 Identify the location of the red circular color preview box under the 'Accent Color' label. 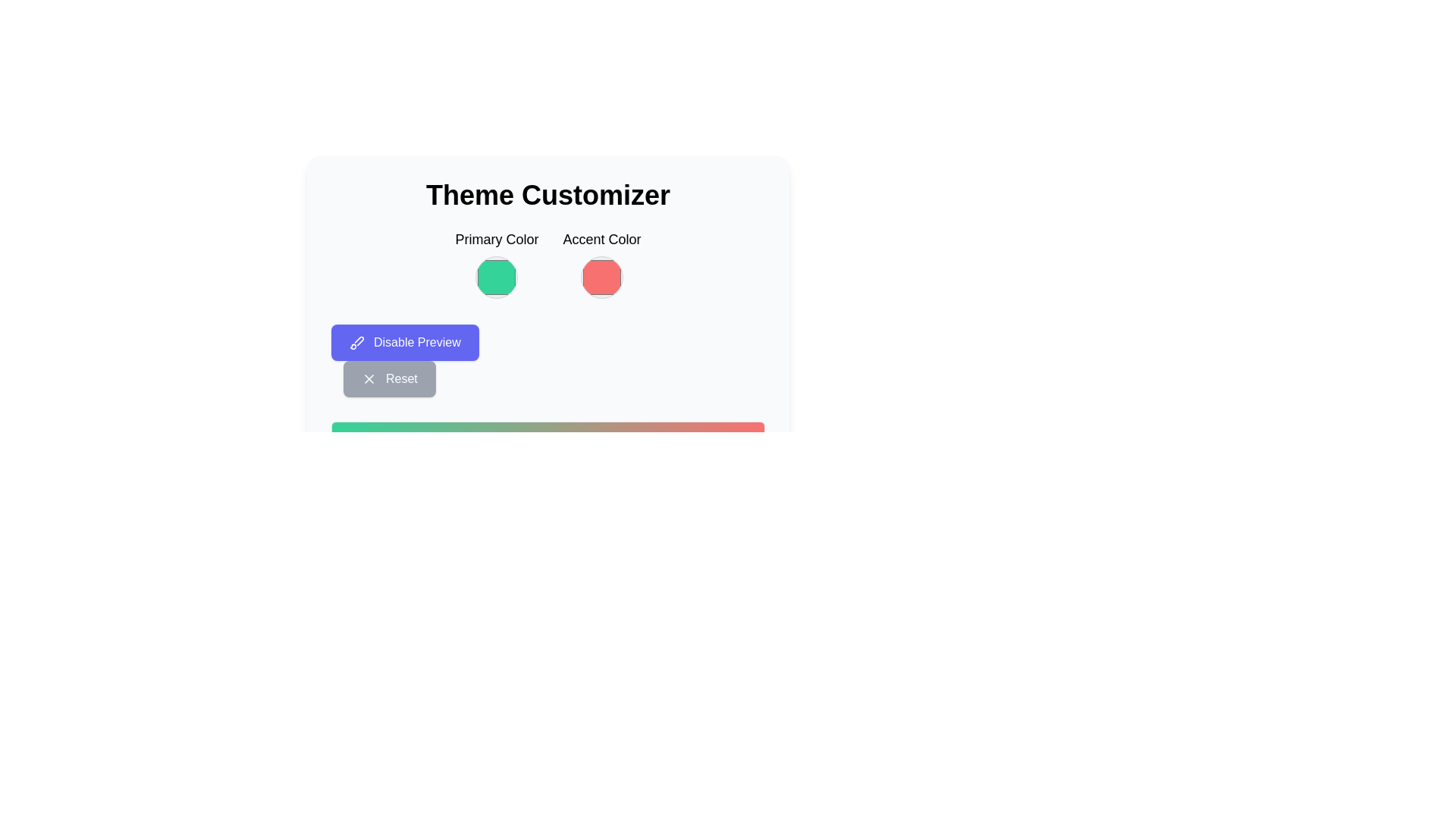
(601, 263).